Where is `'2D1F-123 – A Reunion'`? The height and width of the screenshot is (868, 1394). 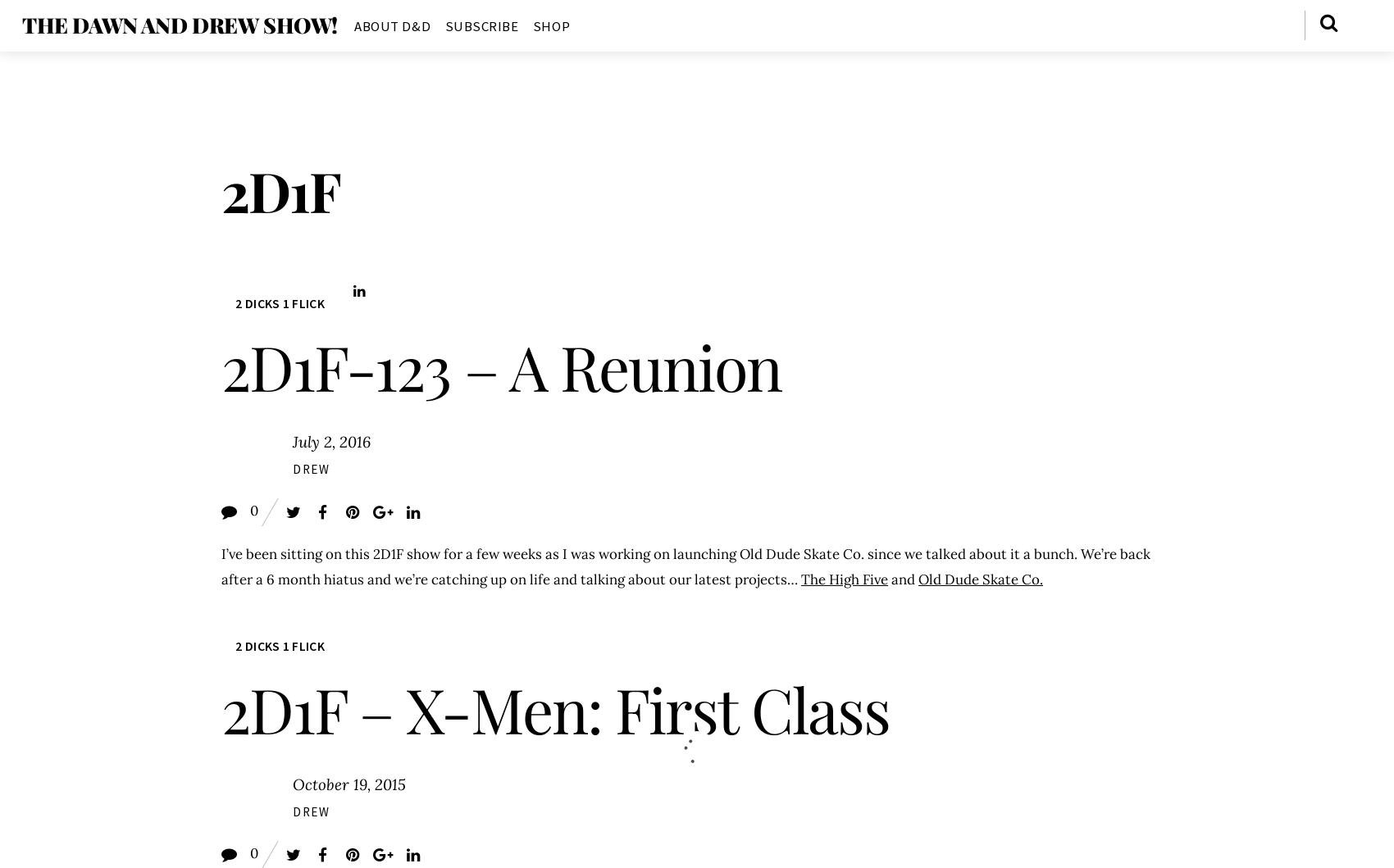 '2D1F-123 – A Reunion' is located at coordinates (499, 366).